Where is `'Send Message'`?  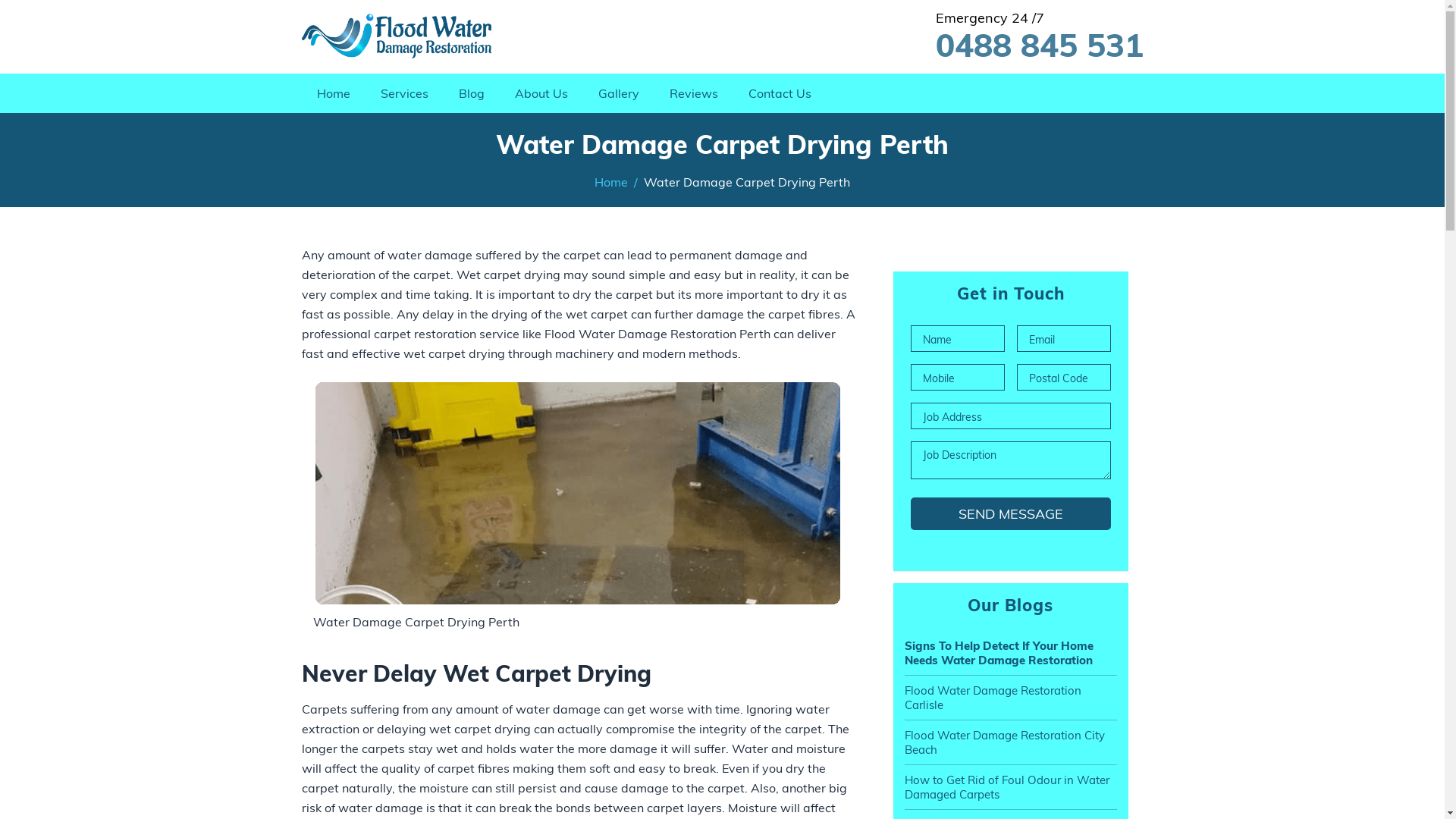 'Send Message' is located at coordinates (1009, 513).